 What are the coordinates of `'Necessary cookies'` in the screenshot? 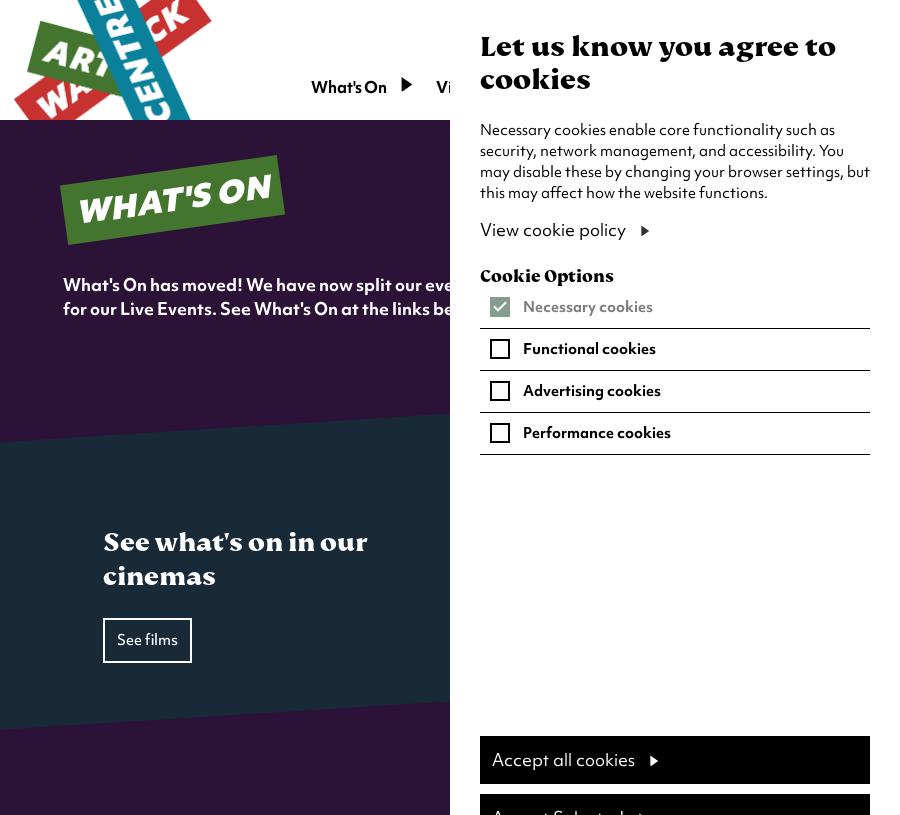 It's located at (587, 305).